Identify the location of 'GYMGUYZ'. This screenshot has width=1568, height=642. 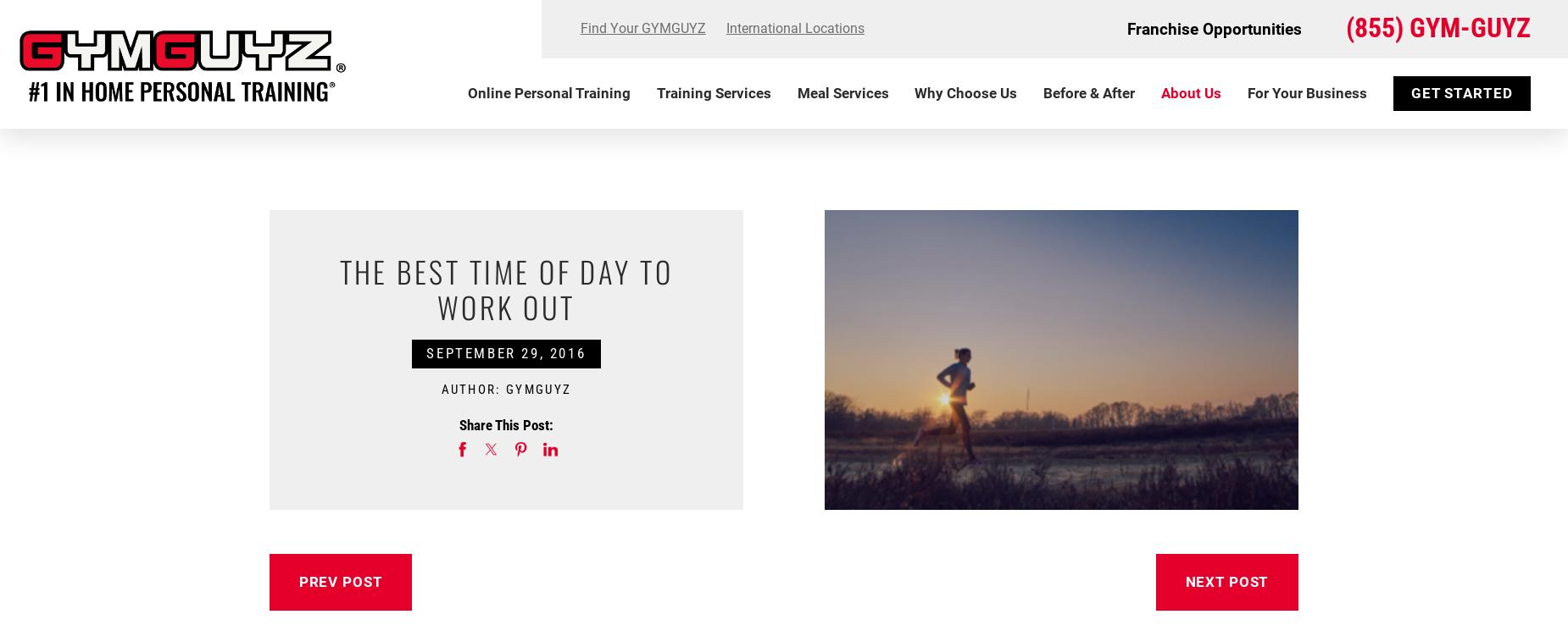
(538, 387).